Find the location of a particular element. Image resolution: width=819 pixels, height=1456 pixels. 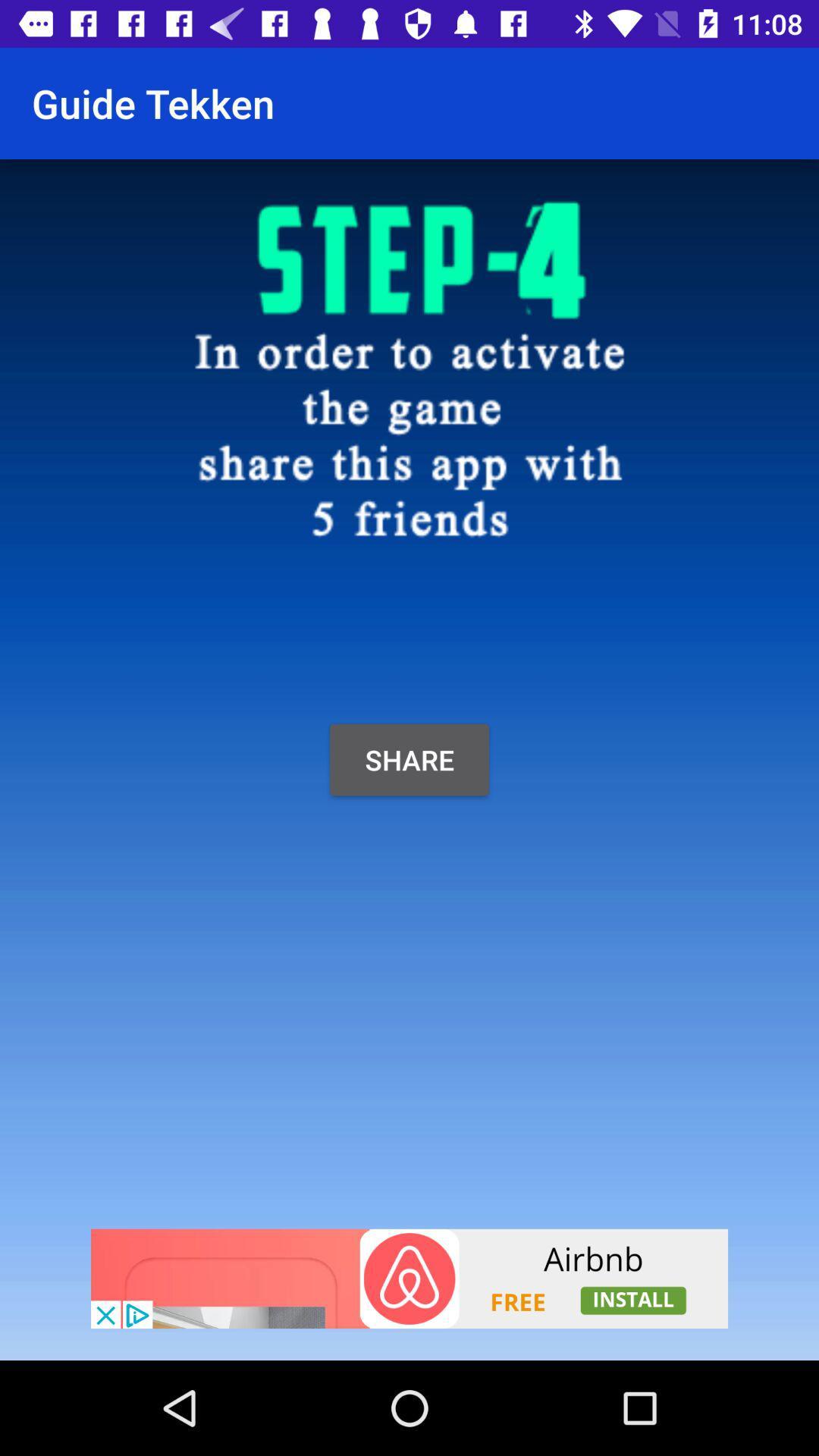

advedecment is located at coordinates (409, 1278).